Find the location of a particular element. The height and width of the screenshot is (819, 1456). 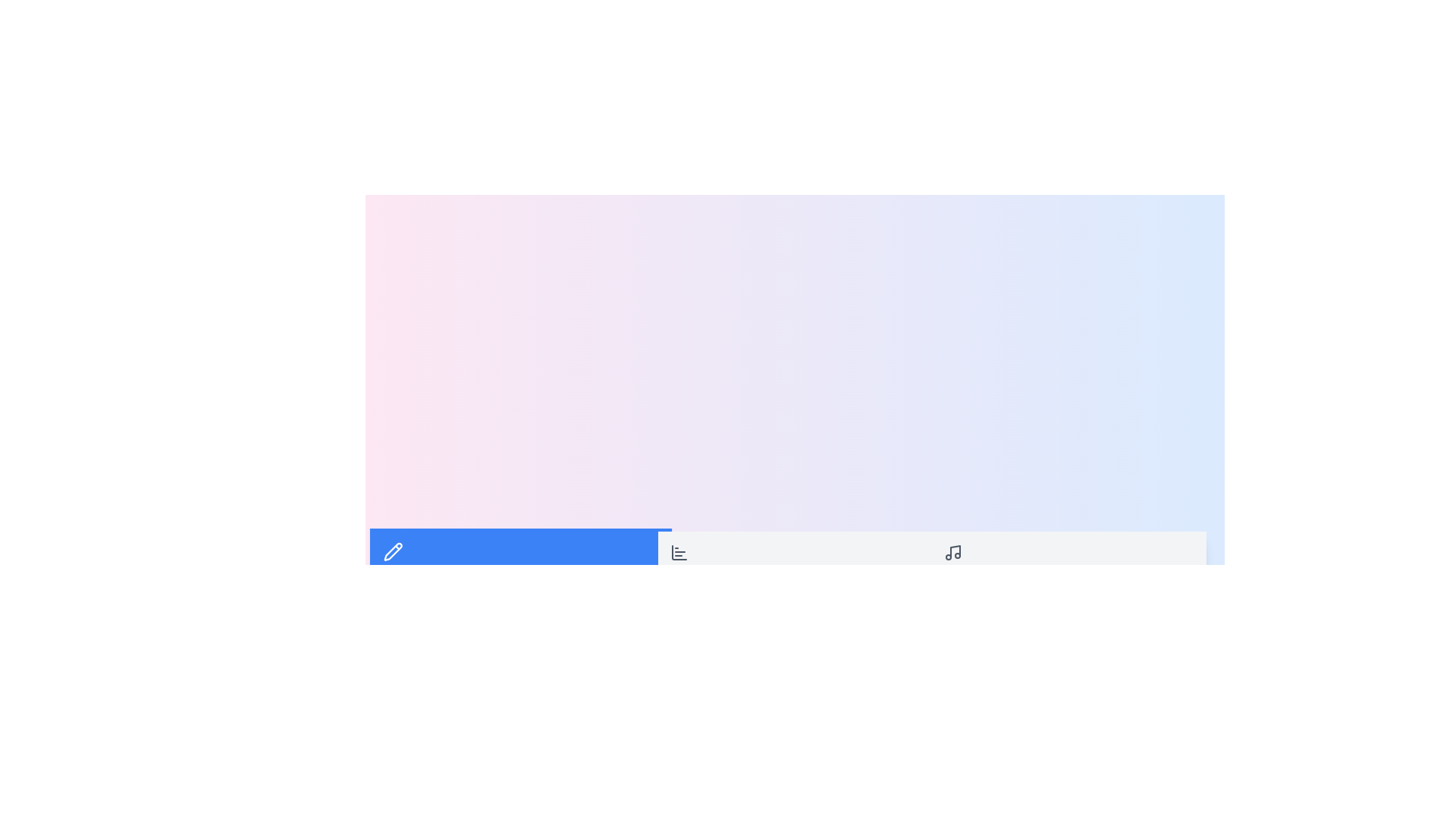

the tab labeled Creative to observe its visual effect is located at coordinates (520, 561).